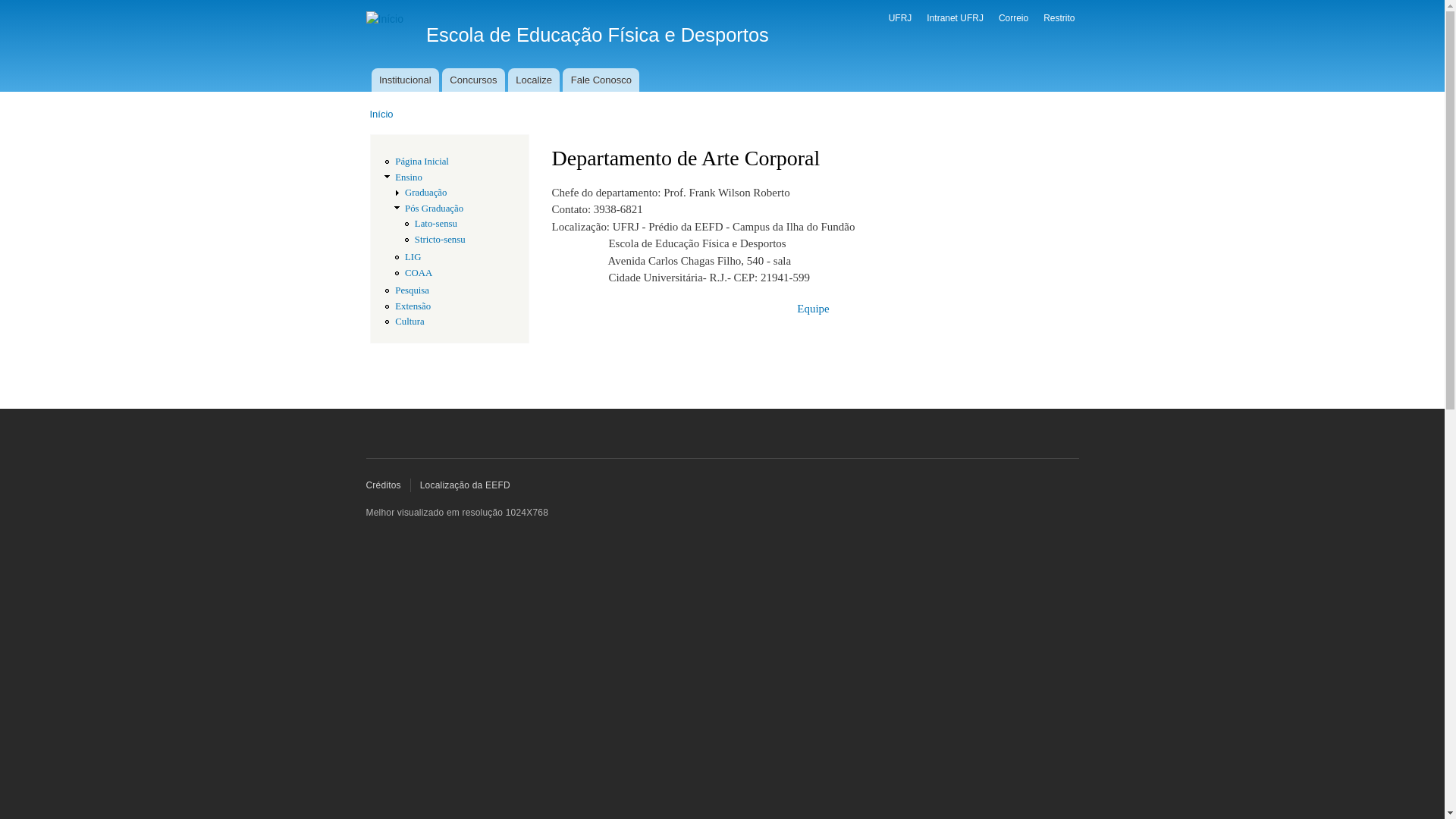  What do you see at coordinates (600, 80) in the screenshot?
I see `'Fale Conosco'` at bounding box center [600, 80].